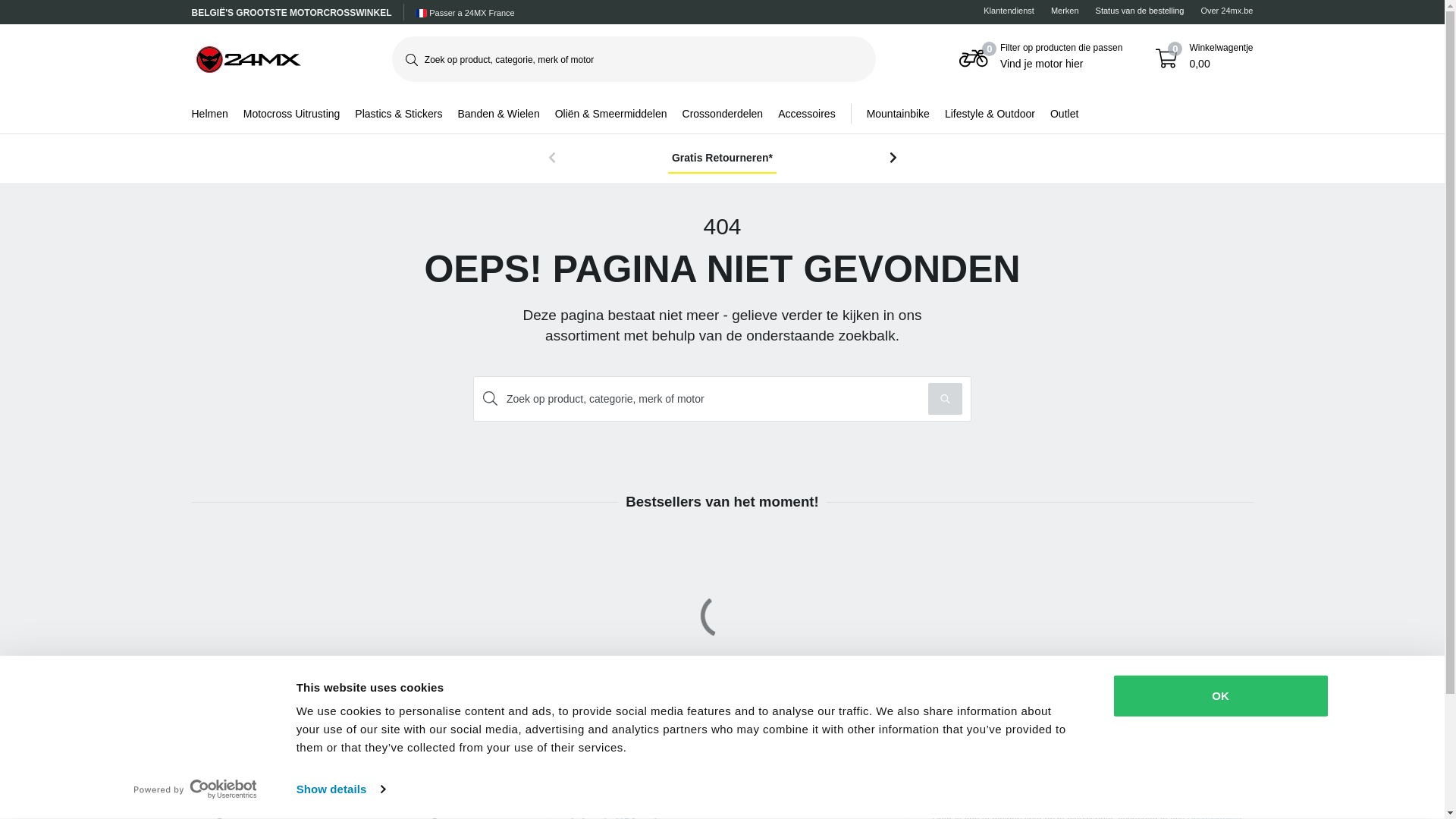  What do you see at coordinates (1226, 11) in the screenshot?
I see `'Over 24mx.be'` at bounding box center [1226, 11].